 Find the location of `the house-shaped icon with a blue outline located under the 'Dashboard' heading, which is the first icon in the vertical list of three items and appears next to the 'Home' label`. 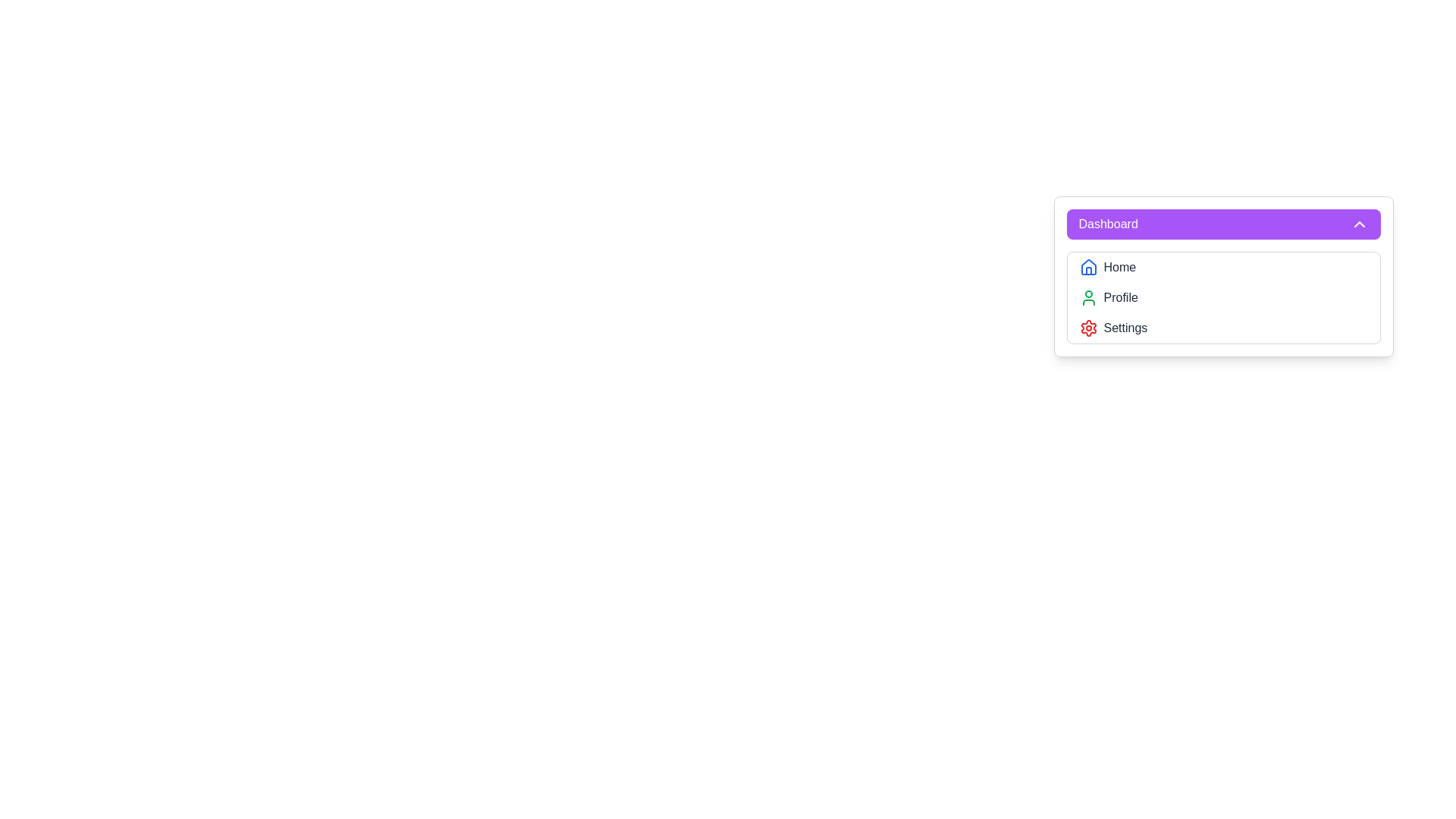

the house-shaped icon with a blue outline located under the 'Dashboard' heading, which is the first icon in the vertical list of three items and appears next to the 'Home' label is located at coordinates (1087, 266).